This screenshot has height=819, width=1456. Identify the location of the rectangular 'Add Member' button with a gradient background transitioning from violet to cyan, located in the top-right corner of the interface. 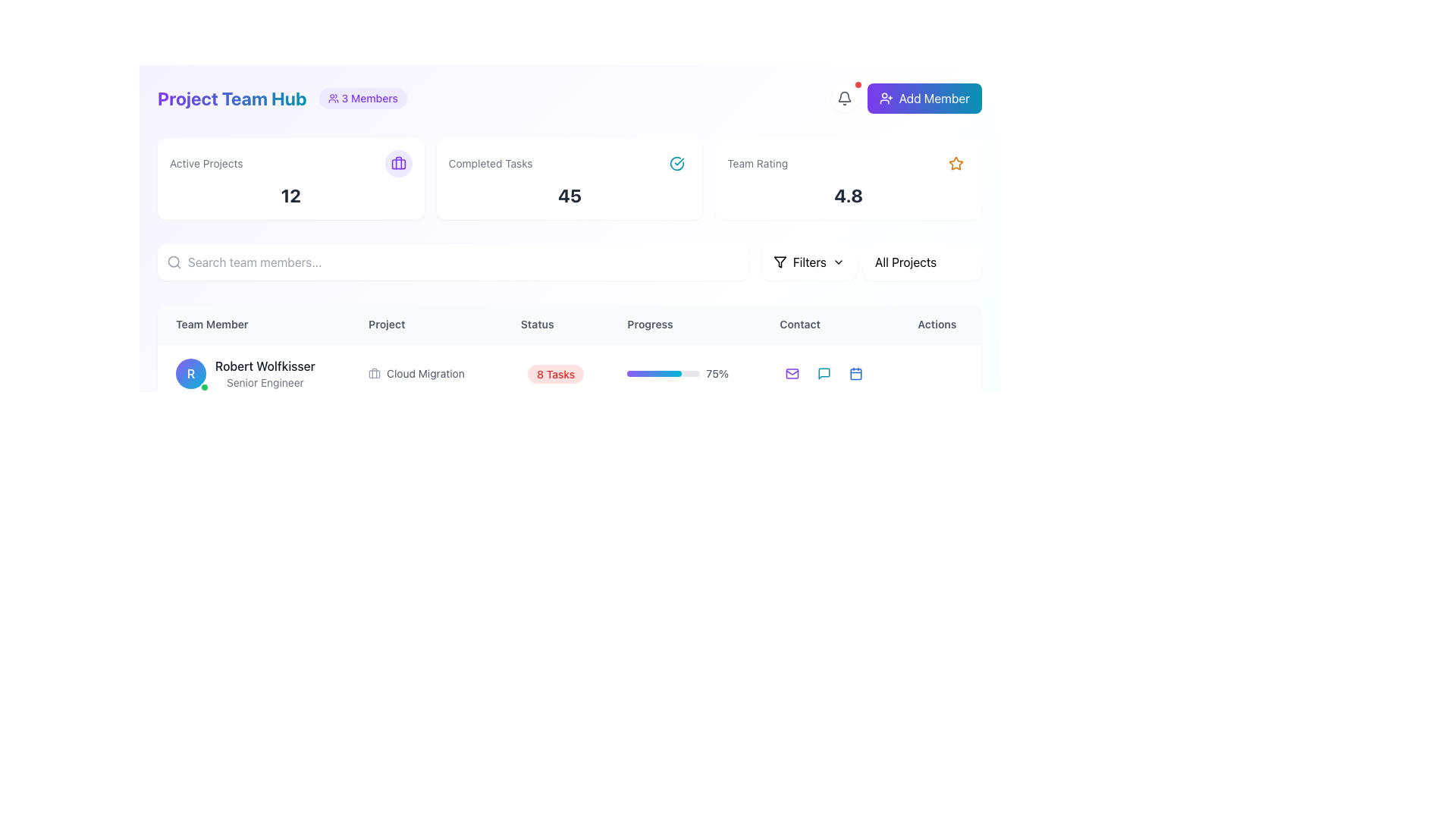
(924, 99).